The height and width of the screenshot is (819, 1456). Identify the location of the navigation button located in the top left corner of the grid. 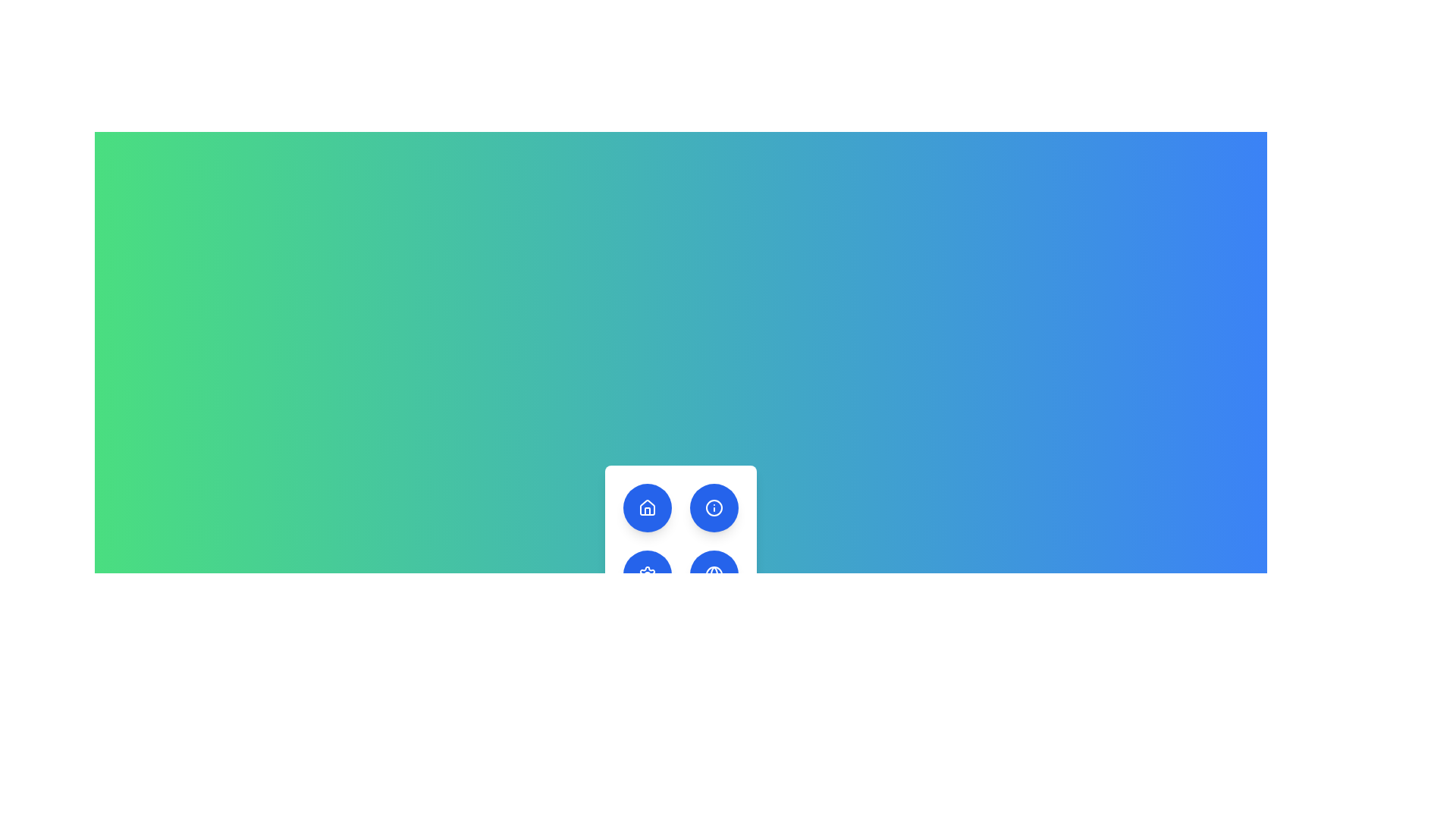
(648, 508).